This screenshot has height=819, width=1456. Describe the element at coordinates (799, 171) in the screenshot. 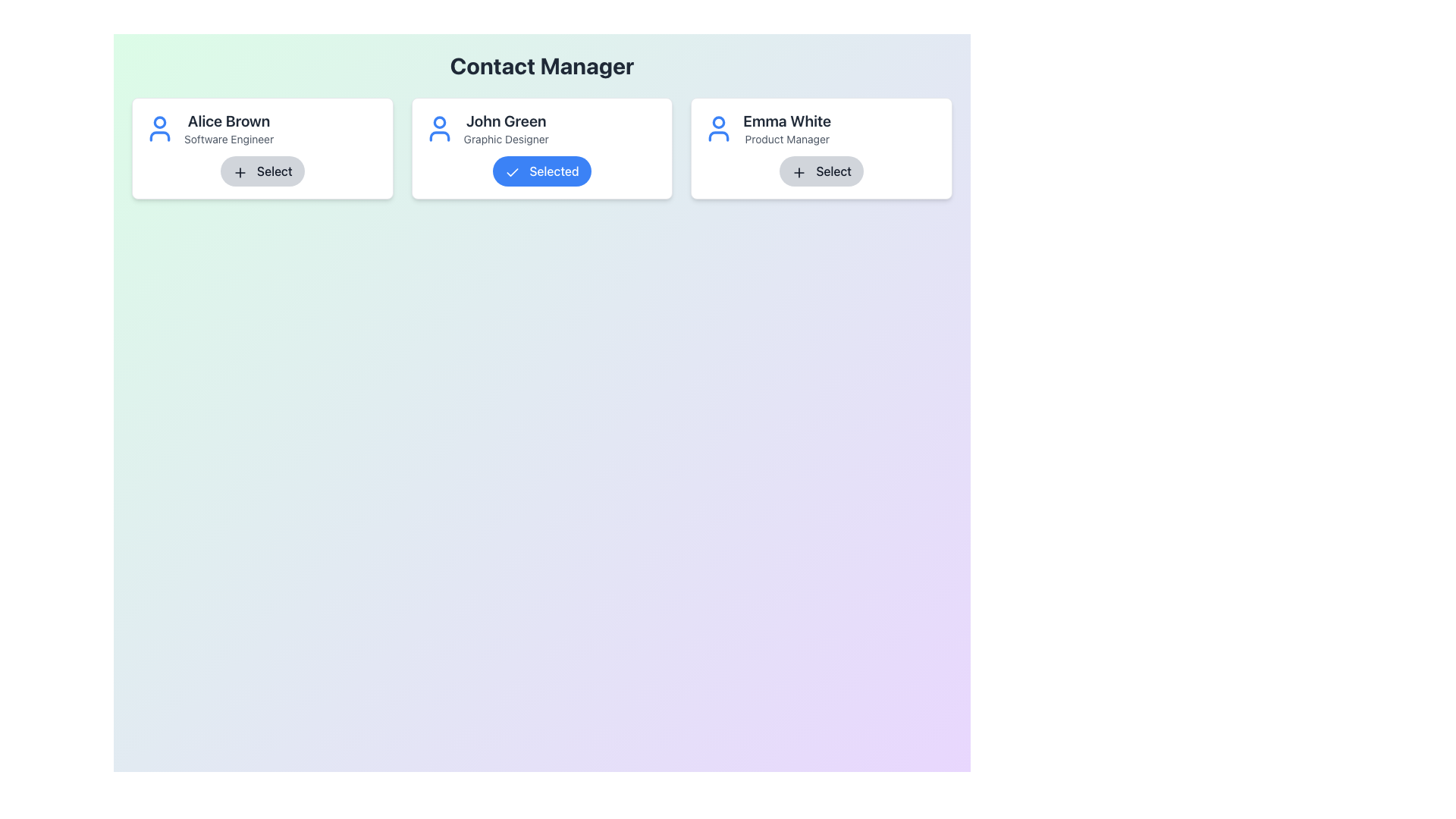

I see `the icon located at the start of the 'Select' button for the profile of 'Emma White' to interact with the button` at that location.